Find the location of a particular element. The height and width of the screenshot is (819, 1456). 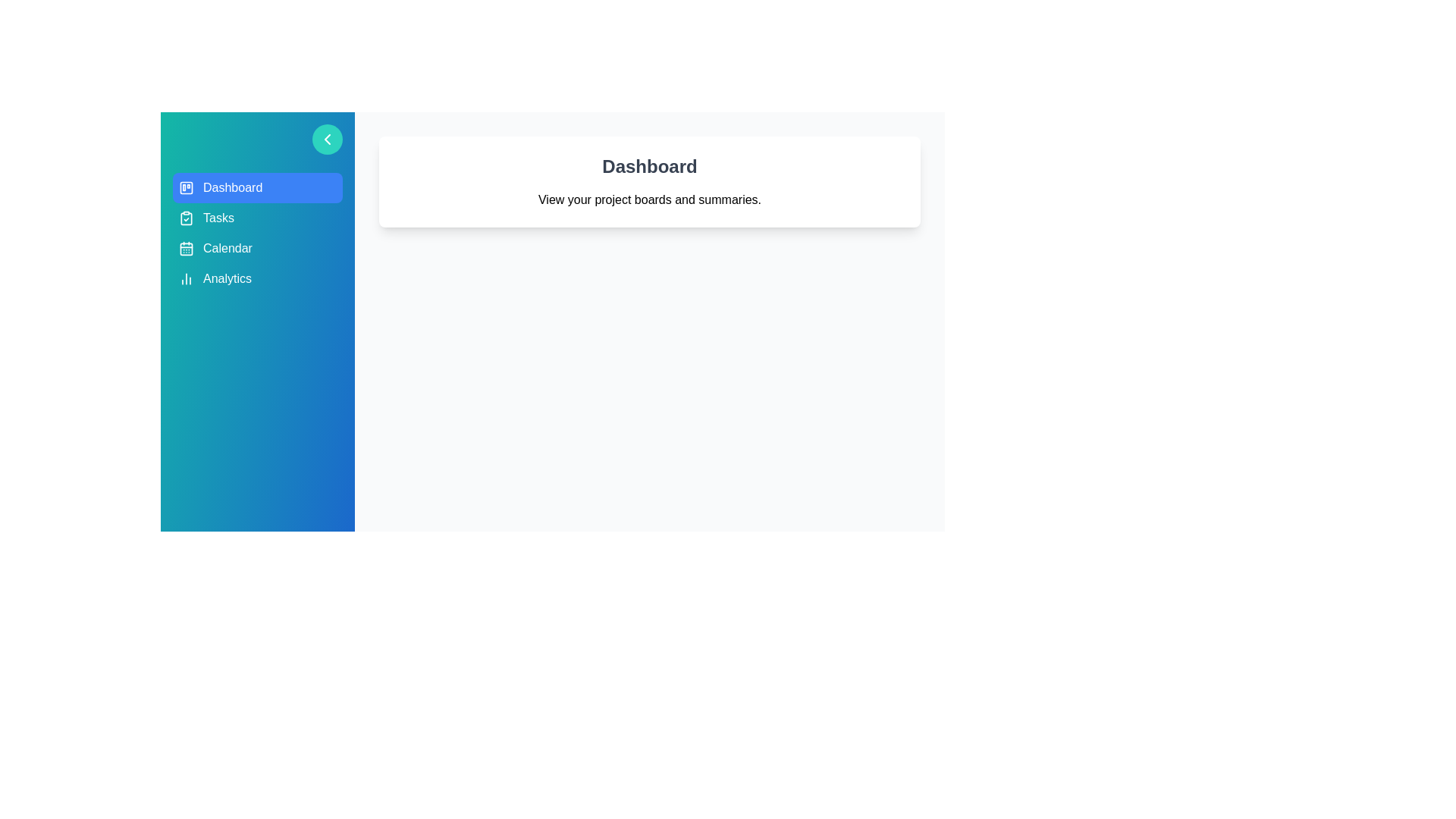

the 'Analytics' label in the vertical navigation menu is located at coordinates (227, 278).